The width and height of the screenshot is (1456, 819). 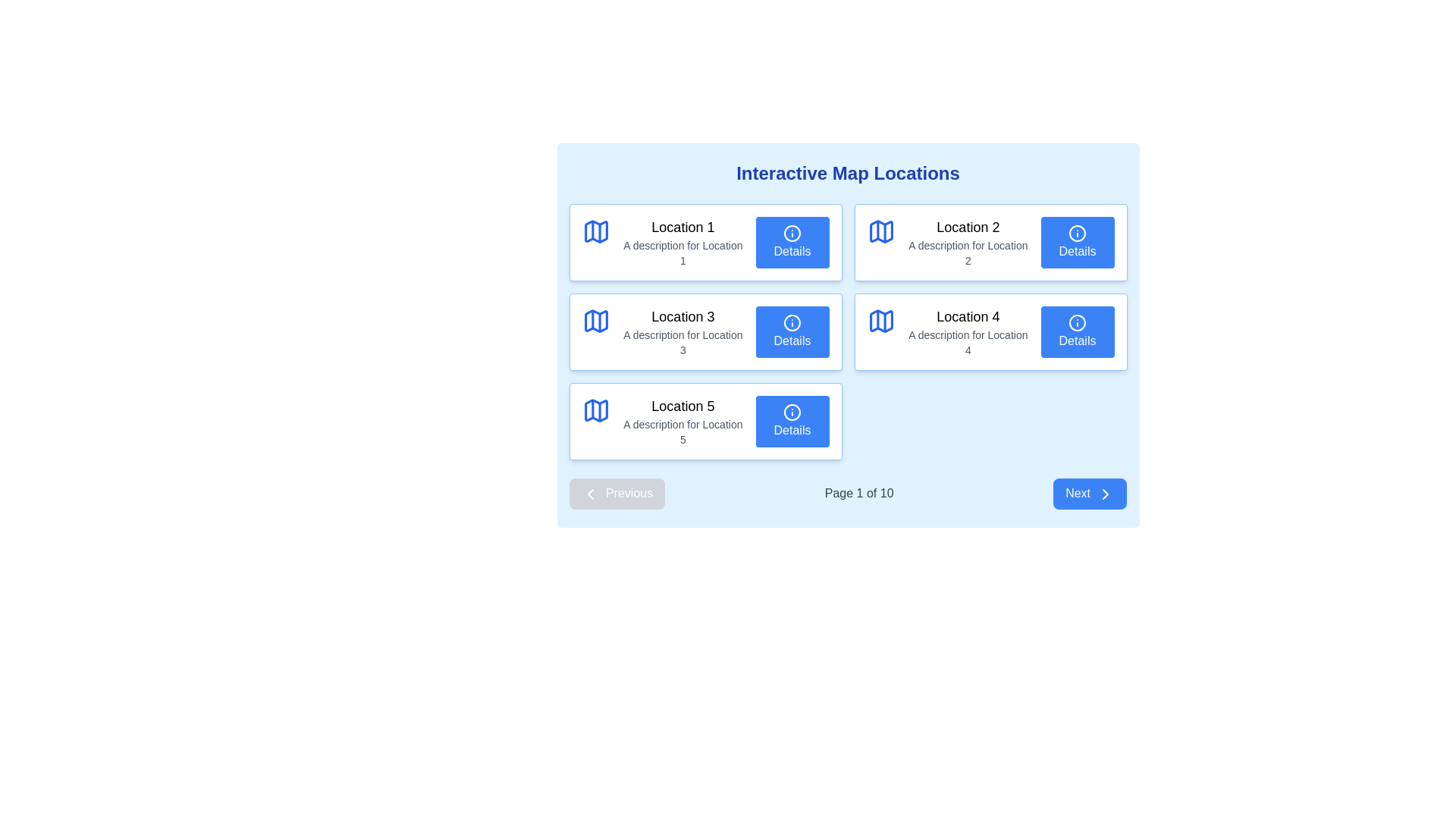 I want to click on the map icon located in the fourth position of the main layout grid above the text 'Location 4' and adjacent to the 'Details' button, so click(x=881, y=321).